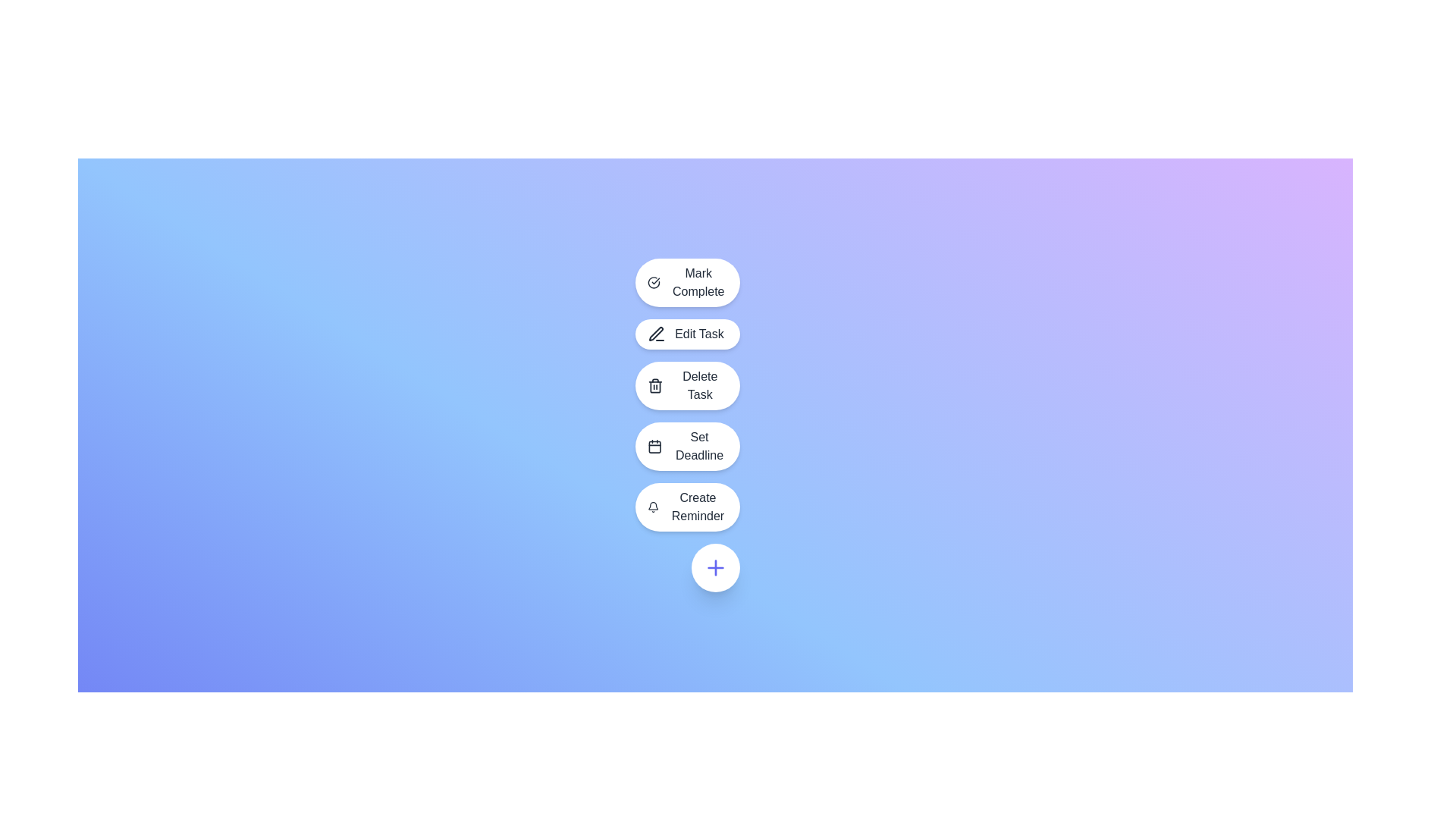 The width and height of the screenshot is (1456, 819). Describe the element at coordinates (653, 506) in the screenshot. I see `the notification bell icon, which is a stylized icon resembling a bell located to the right of the last item in a vertical stack of interactive buttons` at that location.